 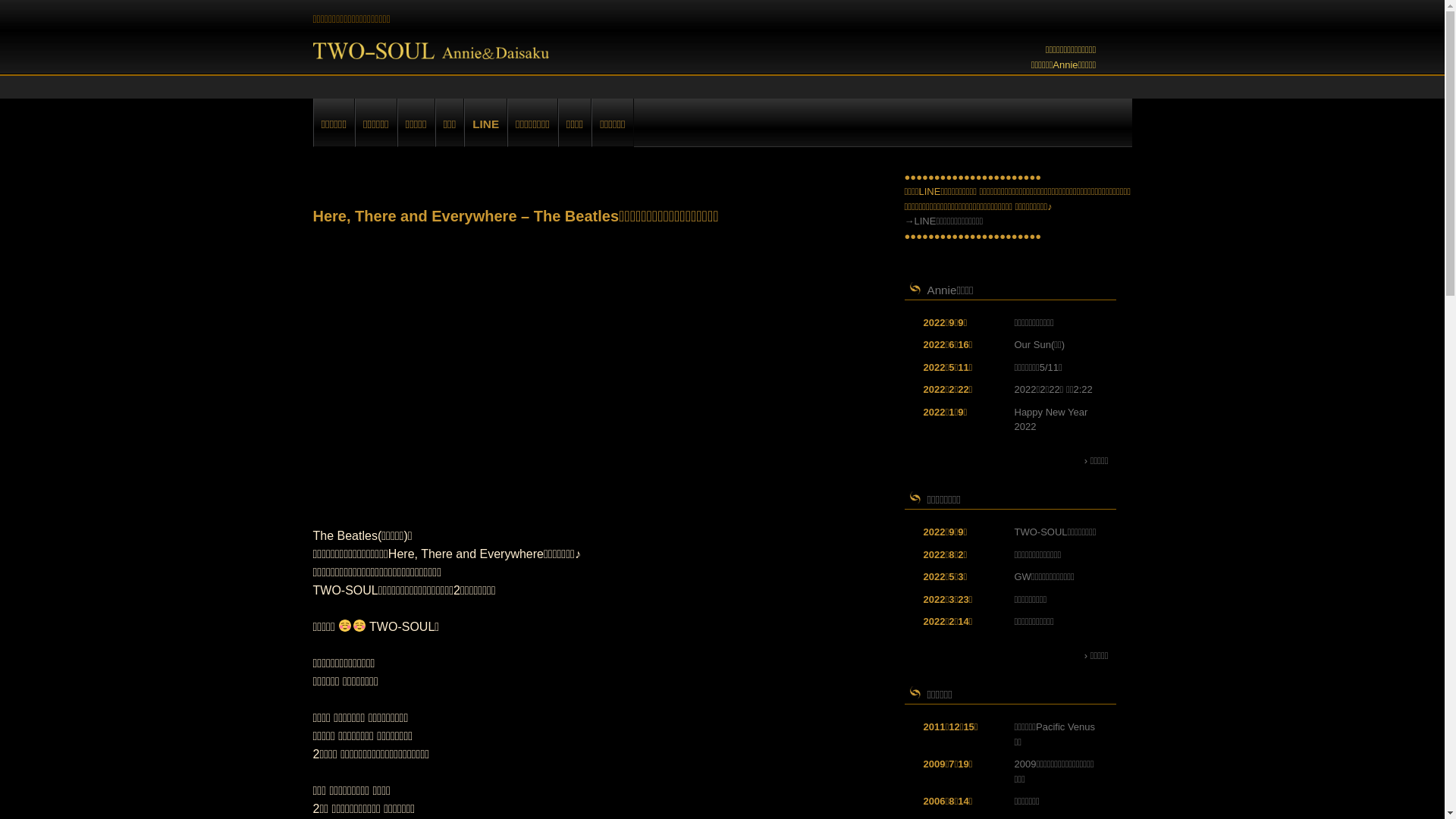 I want to click on 'LINE', so click(x=485, y=122).